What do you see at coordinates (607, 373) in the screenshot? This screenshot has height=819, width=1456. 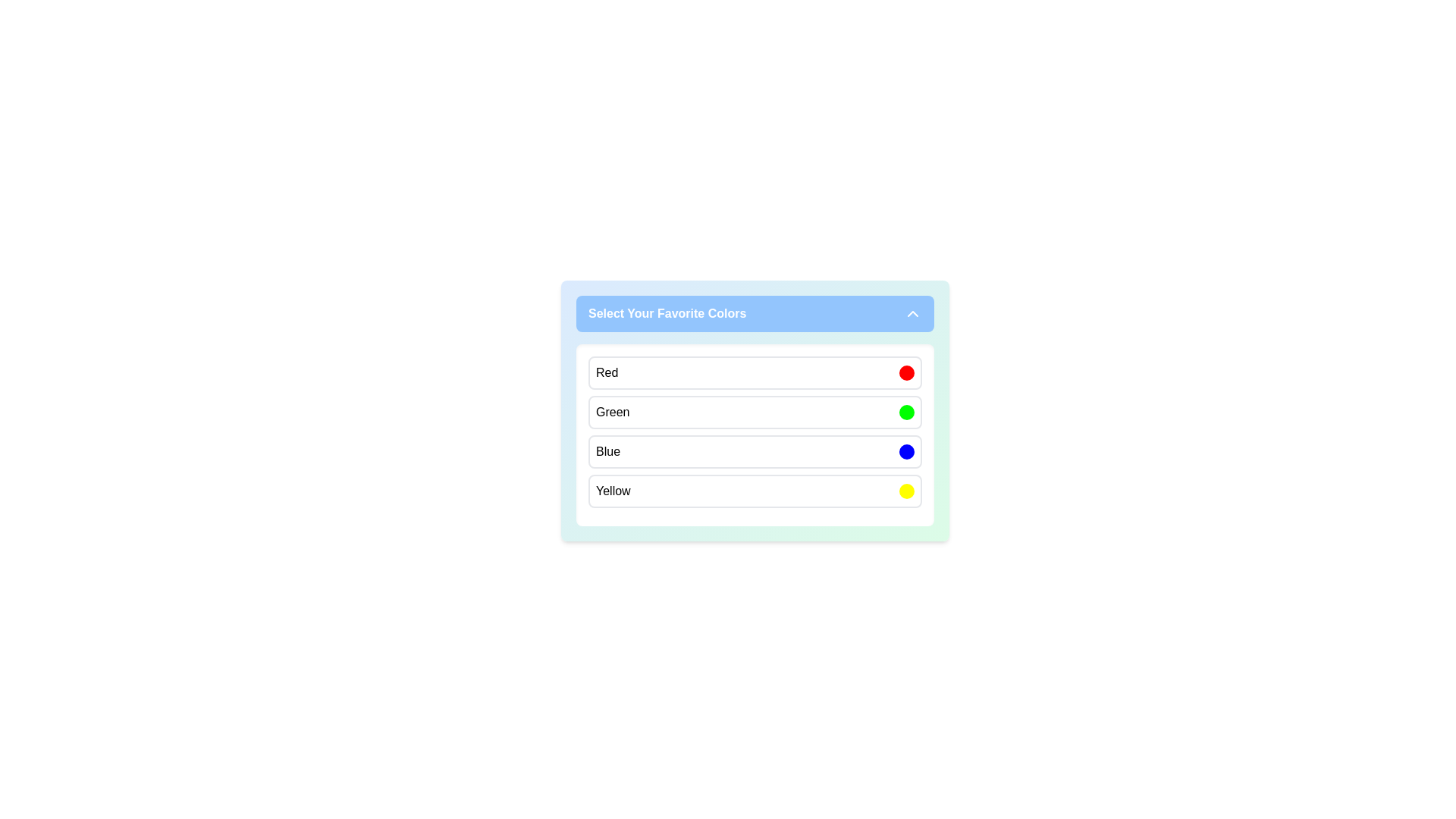 I see `the informational Text label indicating the color 'Red' in the 'Select Your Favorite Colors' list` at bounding box center [607, 373].